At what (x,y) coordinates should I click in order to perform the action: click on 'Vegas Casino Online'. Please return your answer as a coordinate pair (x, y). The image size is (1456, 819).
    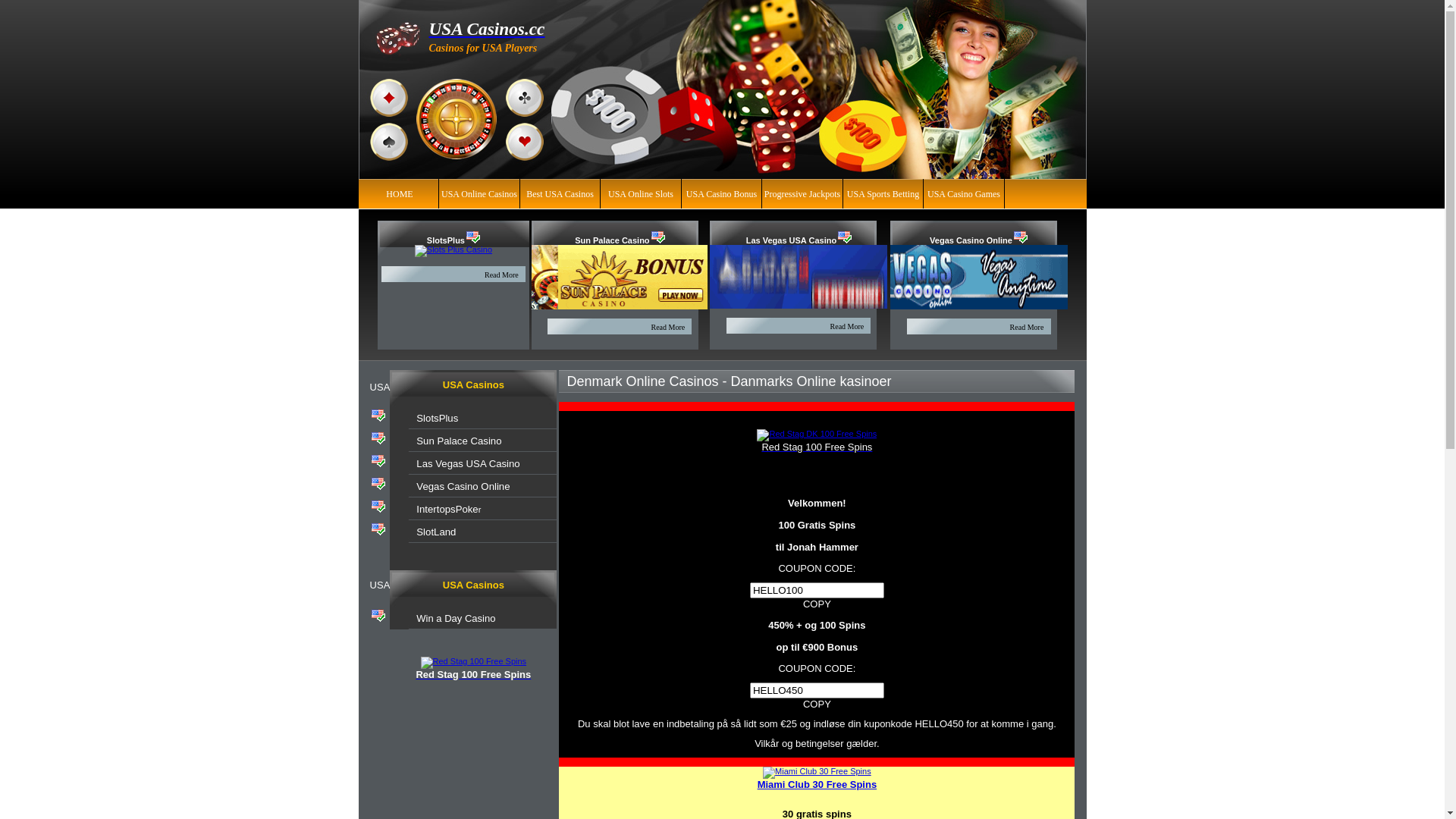
    Looking at the image, I should click on (928, 239).